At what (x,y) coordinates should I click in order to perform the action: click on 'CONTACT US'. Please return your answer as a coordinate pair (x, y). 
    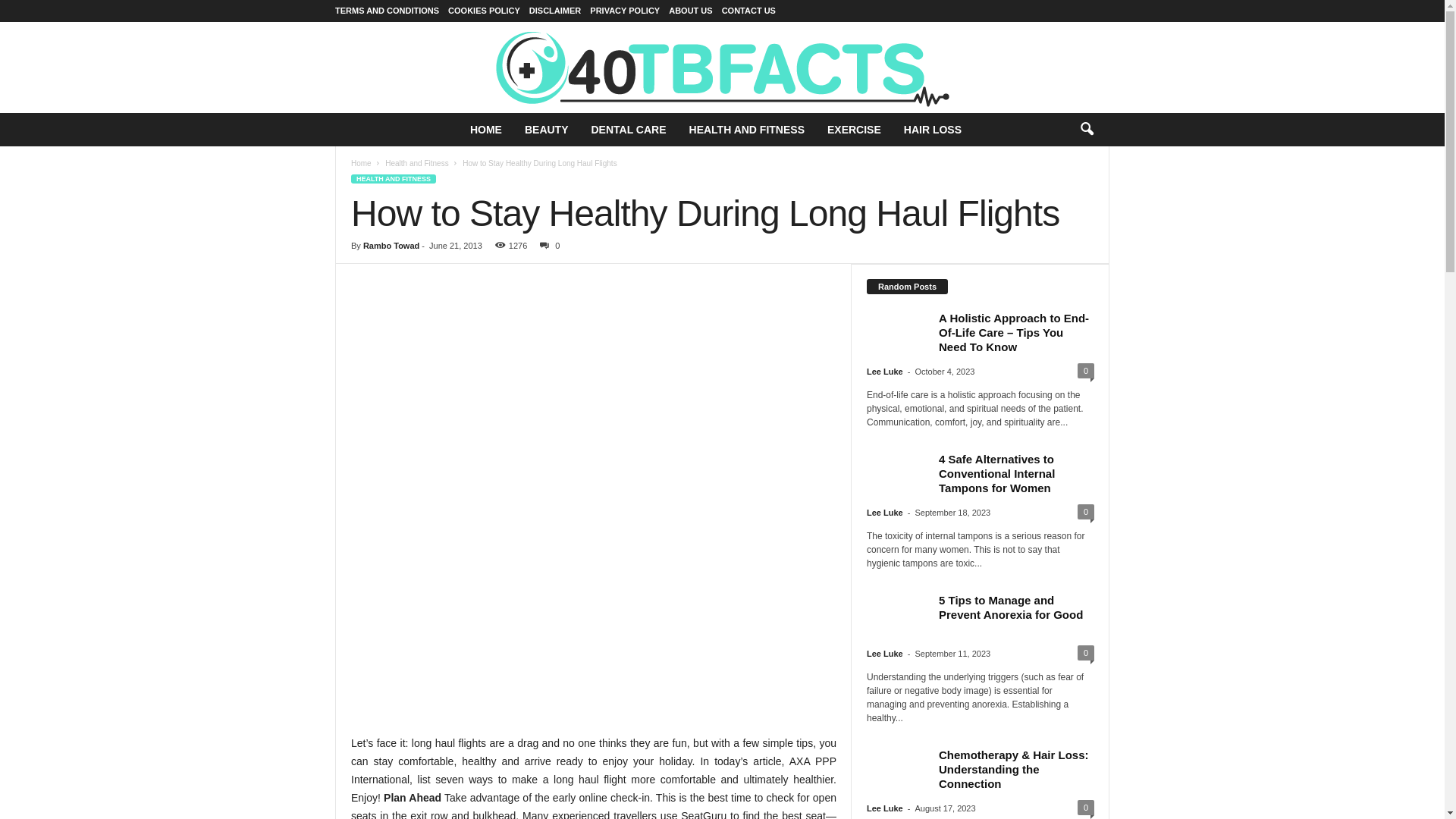
    Looking at the image, I should click on (748, 11).